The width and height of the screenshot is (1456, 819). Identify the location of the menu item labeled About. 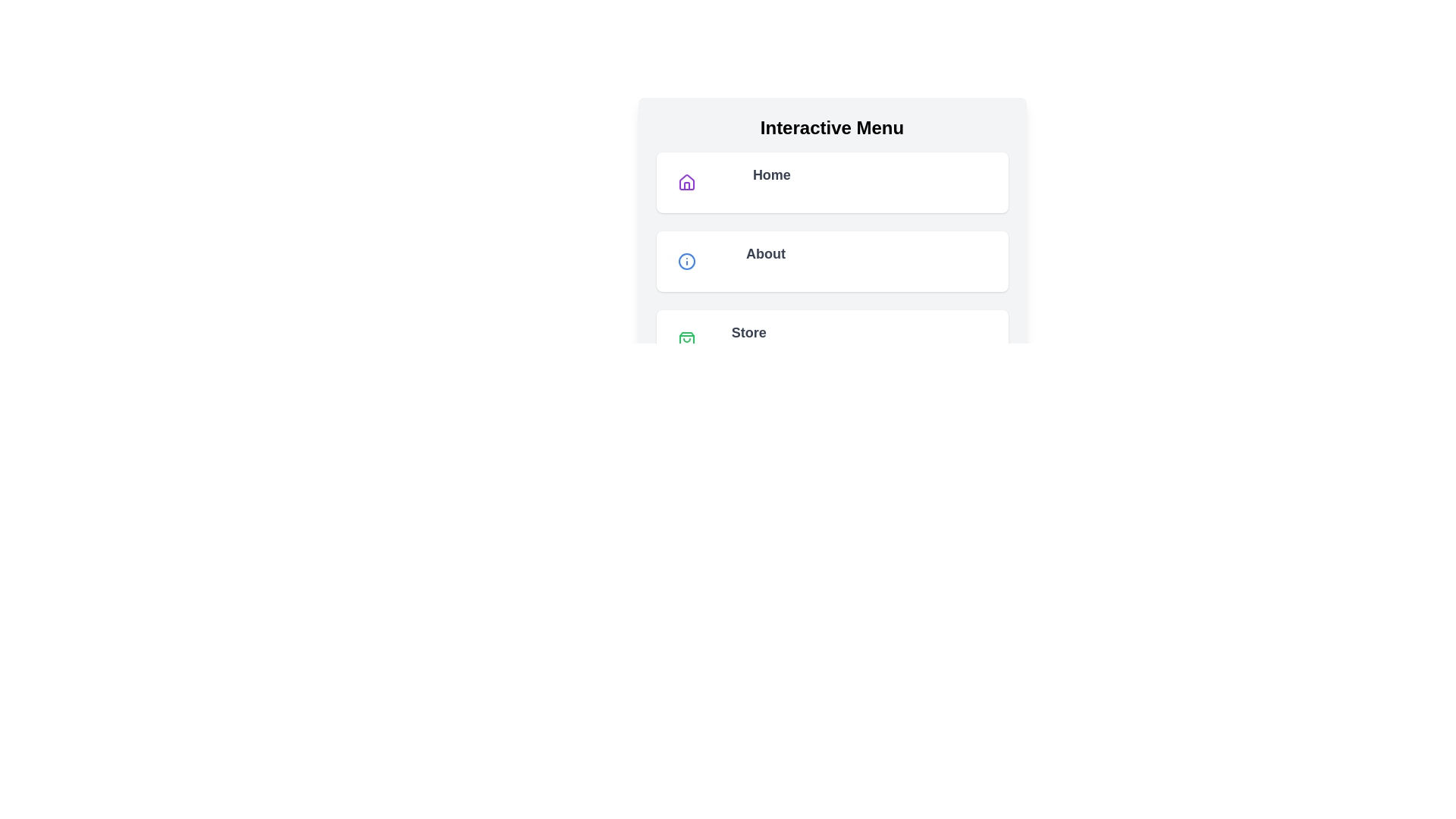
(831, 260).